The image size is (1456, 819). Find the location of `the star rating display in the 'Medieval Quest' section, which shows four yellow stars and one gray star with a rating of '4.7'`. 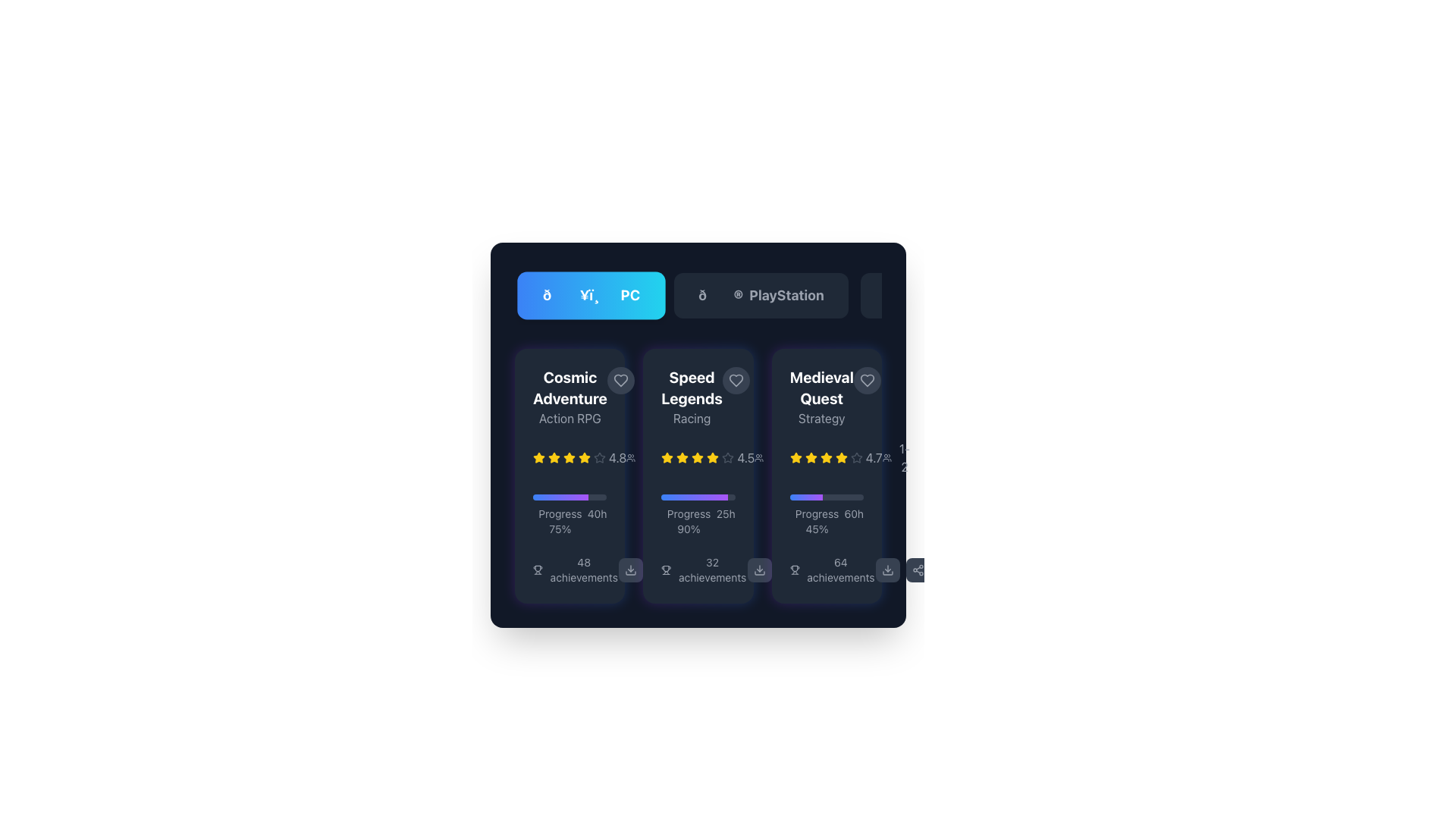

the star rating display in the 'Medieval Quest' section, which shows four yellow stars and one gray star with a rating of '4.7' is located at coordinates (826, 457).